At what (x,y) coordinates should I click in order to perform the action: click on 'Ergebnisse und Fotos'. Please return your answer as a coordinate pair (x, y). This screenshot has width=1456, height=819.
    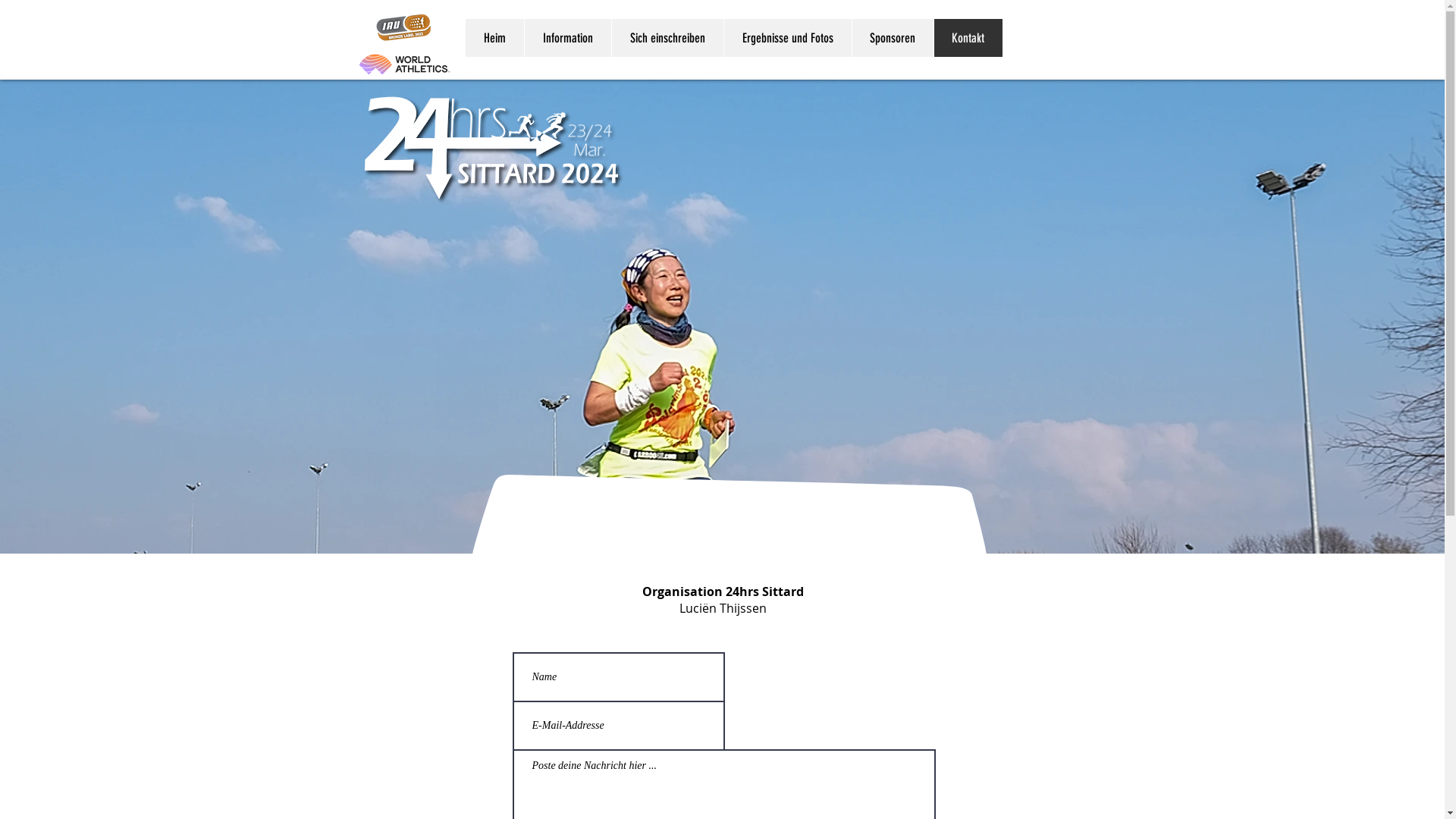
    Looking at the image, I should click on (787, 37).